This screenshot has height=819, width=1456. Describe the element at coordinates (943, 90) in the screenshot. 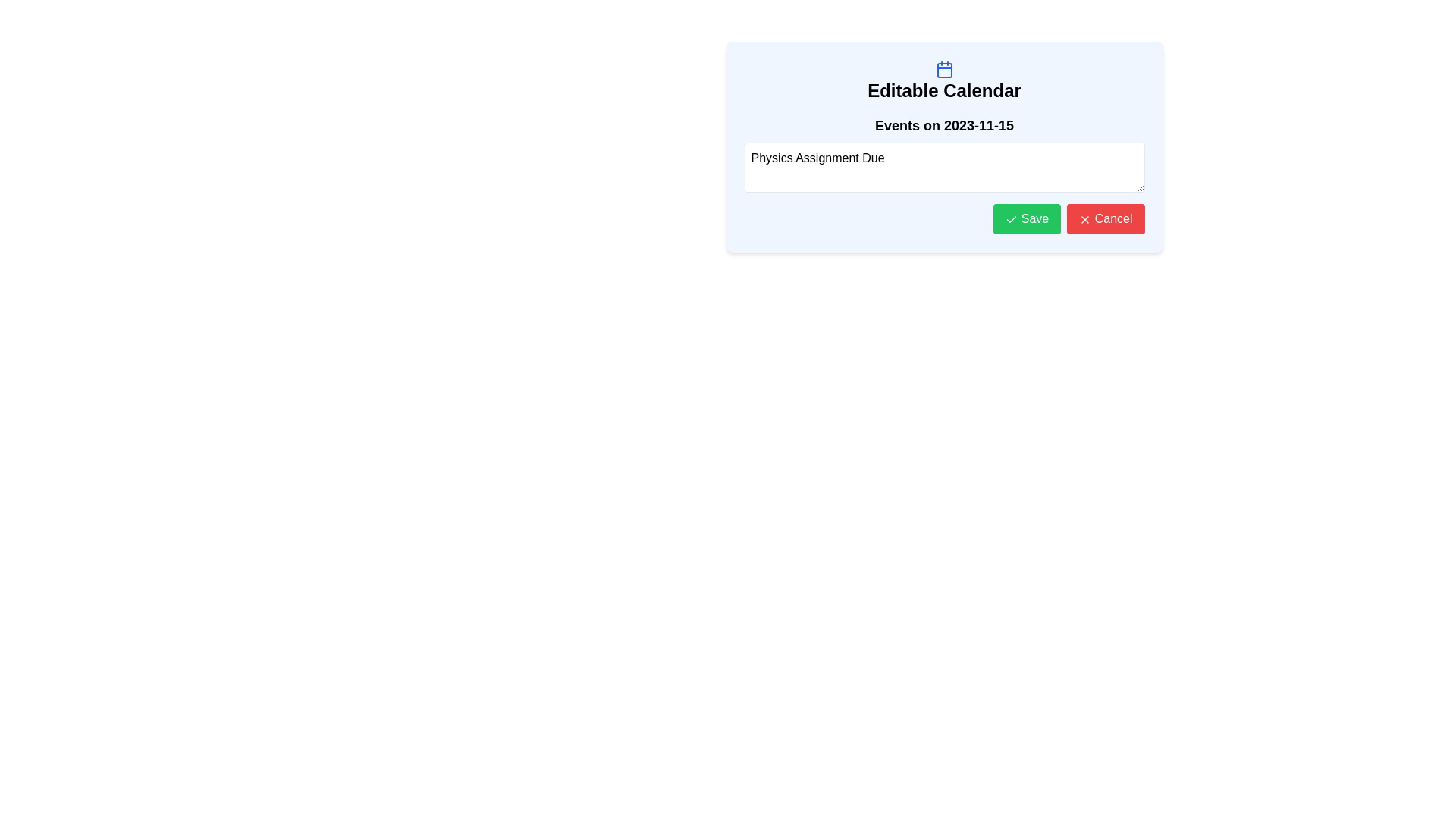

I see `the static text title or heading that serves as the primary title for the calendar section, located beneath the calendar icon` at that location.